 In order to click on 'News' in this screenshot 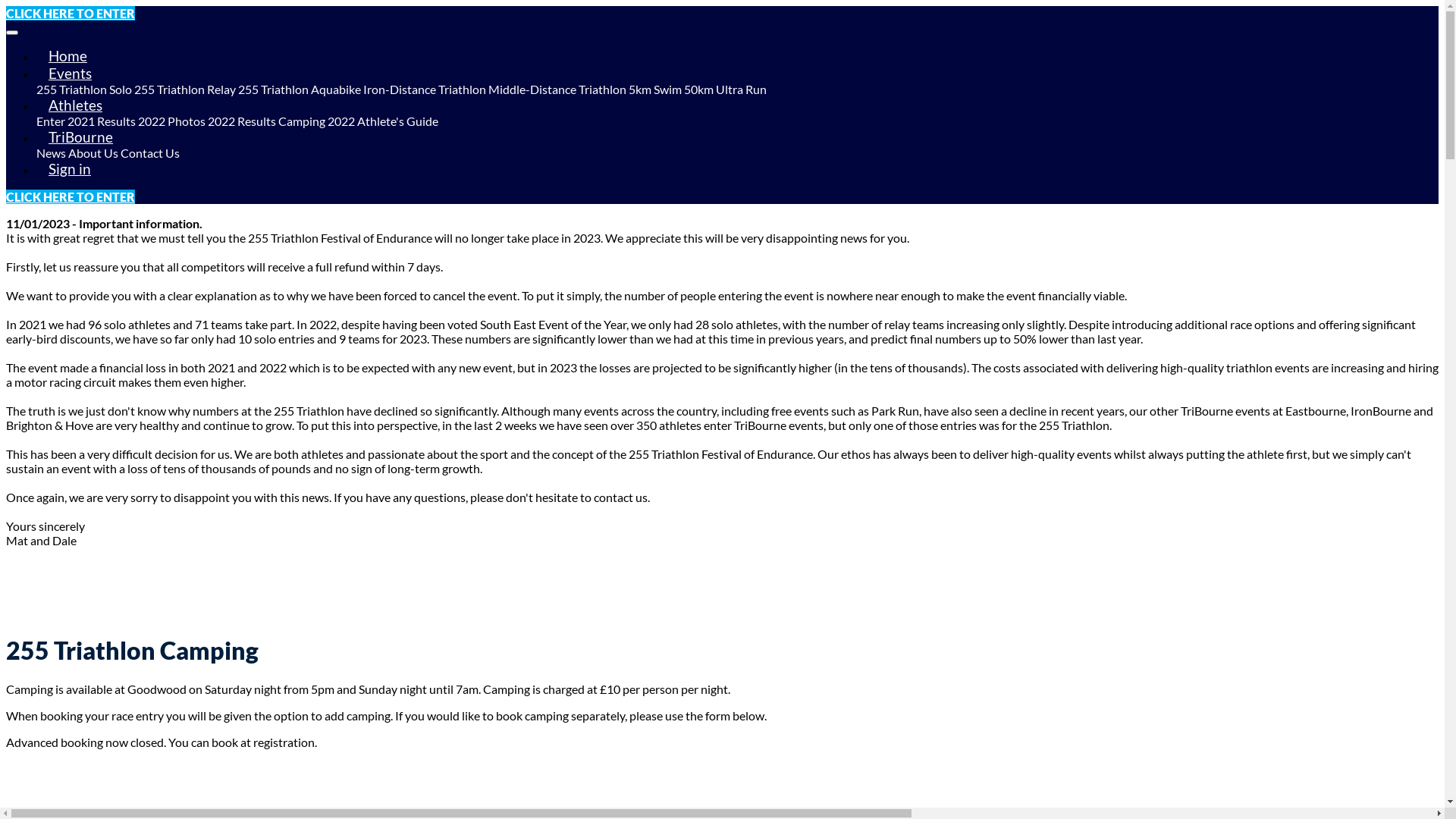, I will do `click(36, 152)`.